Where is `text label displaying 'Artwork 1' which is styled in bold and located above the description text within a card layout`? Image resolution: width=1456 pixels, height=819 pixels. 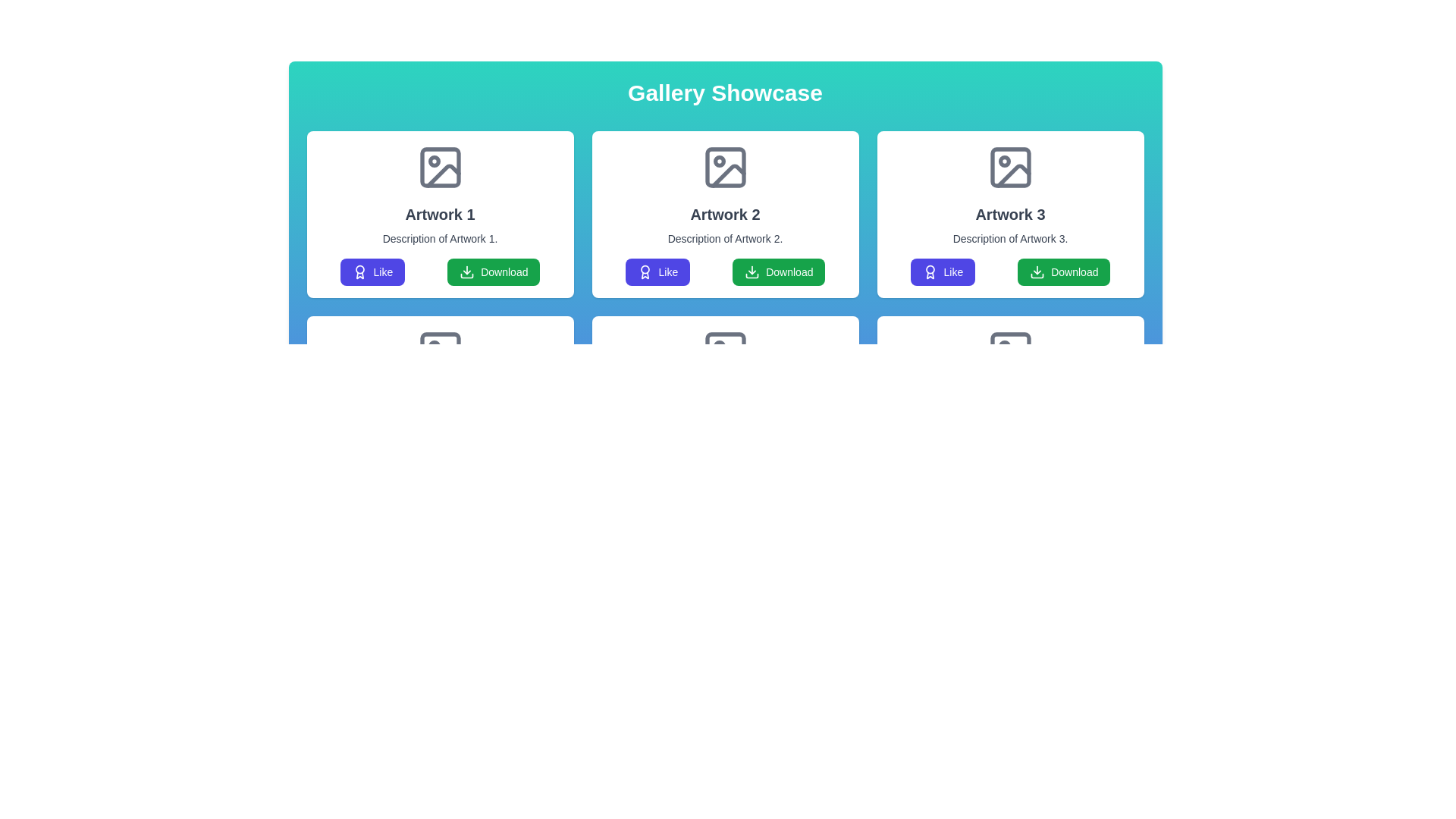
text label displaying 'Artwork 1' which is styled in bold and located above the description text within a card layout is located at coordinates (439, 214).